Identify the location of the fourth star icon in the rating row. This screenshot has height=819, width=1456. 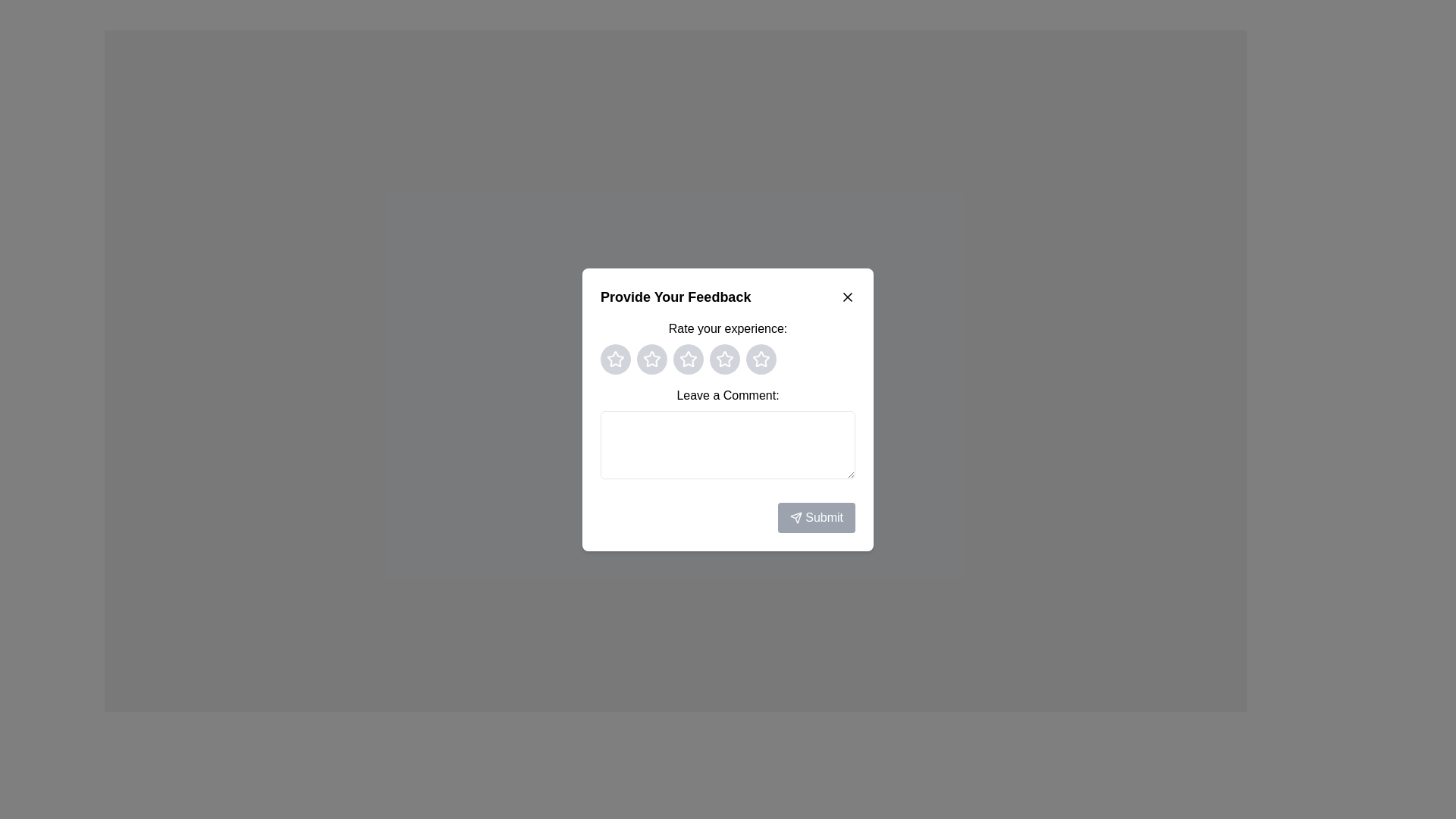
(761, 359).